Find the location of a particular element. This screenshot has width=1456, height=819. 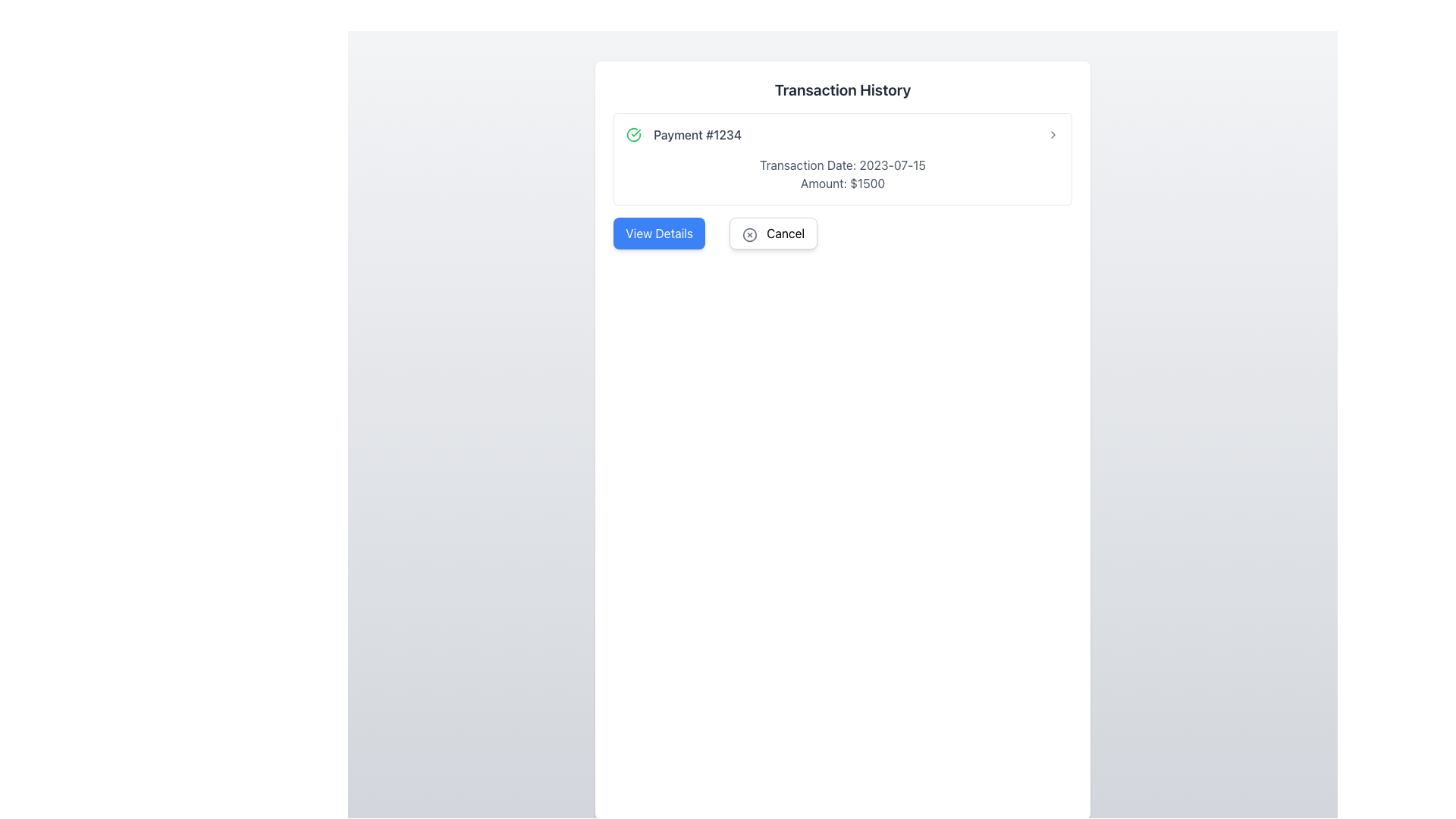

the blue rectangular button with rounded corners labeled 'View Details' is located at coordinates (659, 234).